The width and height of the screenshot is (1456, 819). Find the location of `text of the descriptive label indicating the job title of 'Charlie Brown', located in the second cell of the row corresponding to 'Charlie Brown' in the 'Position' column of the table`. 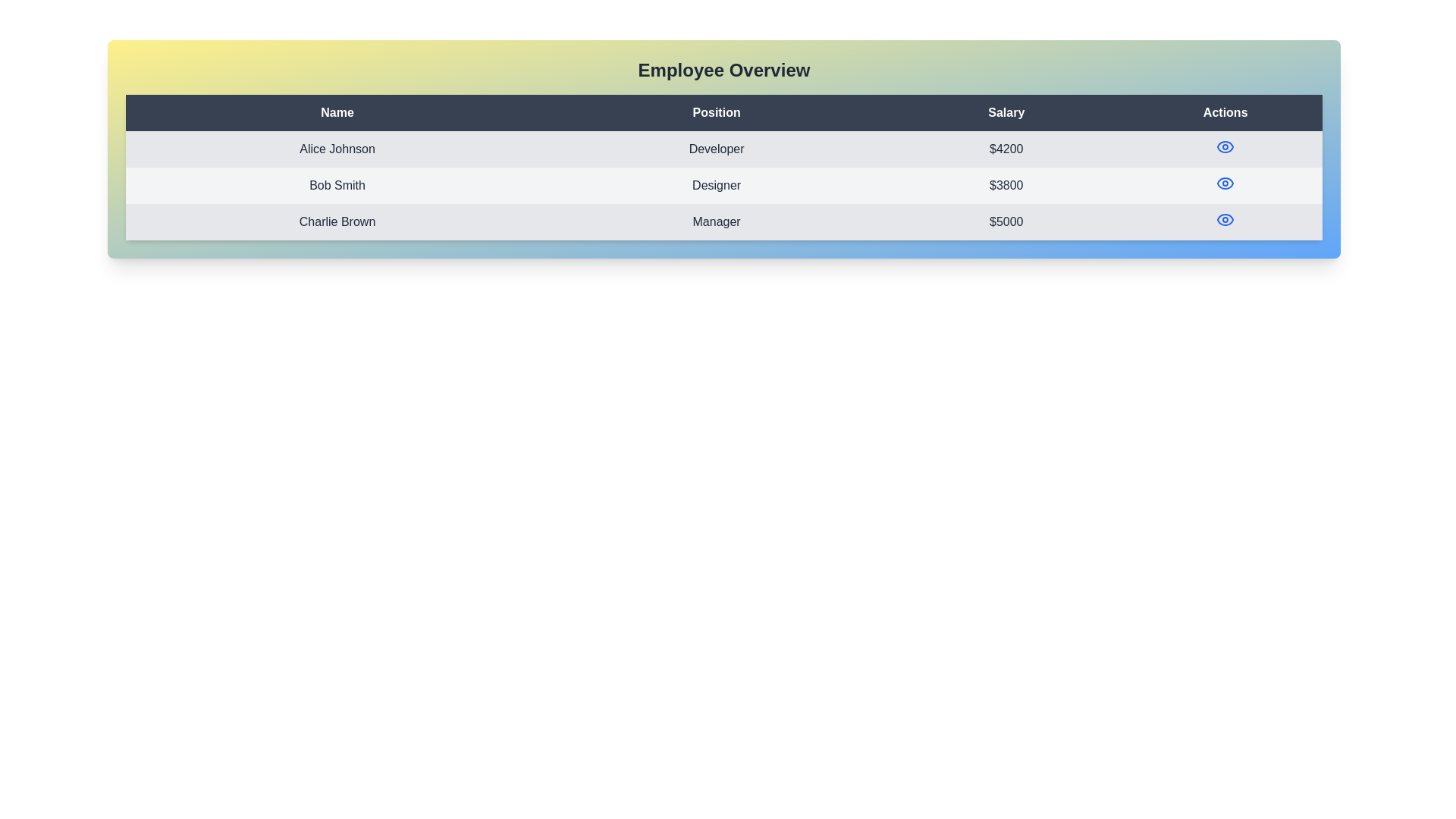

text of the descriptive label indicating the job title of 'Charlie Brown', located in the second cell of the row corresponding to 'Charlie Brown' in the 'Position' column of the table is located at coordinates (716, 222).